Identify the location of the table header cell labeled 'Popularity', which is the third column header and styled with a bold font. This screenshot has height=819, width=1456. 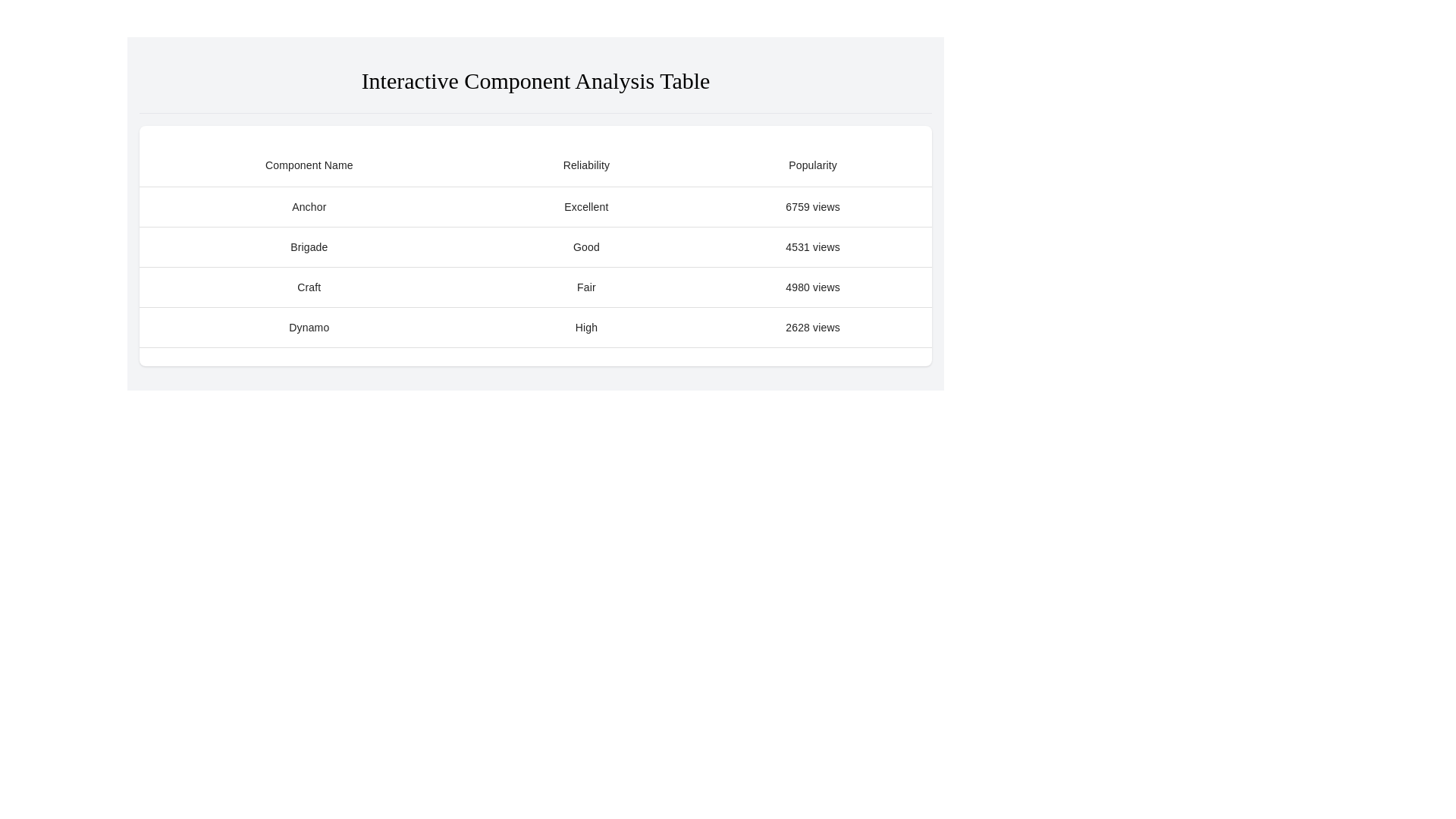
(812, 165).